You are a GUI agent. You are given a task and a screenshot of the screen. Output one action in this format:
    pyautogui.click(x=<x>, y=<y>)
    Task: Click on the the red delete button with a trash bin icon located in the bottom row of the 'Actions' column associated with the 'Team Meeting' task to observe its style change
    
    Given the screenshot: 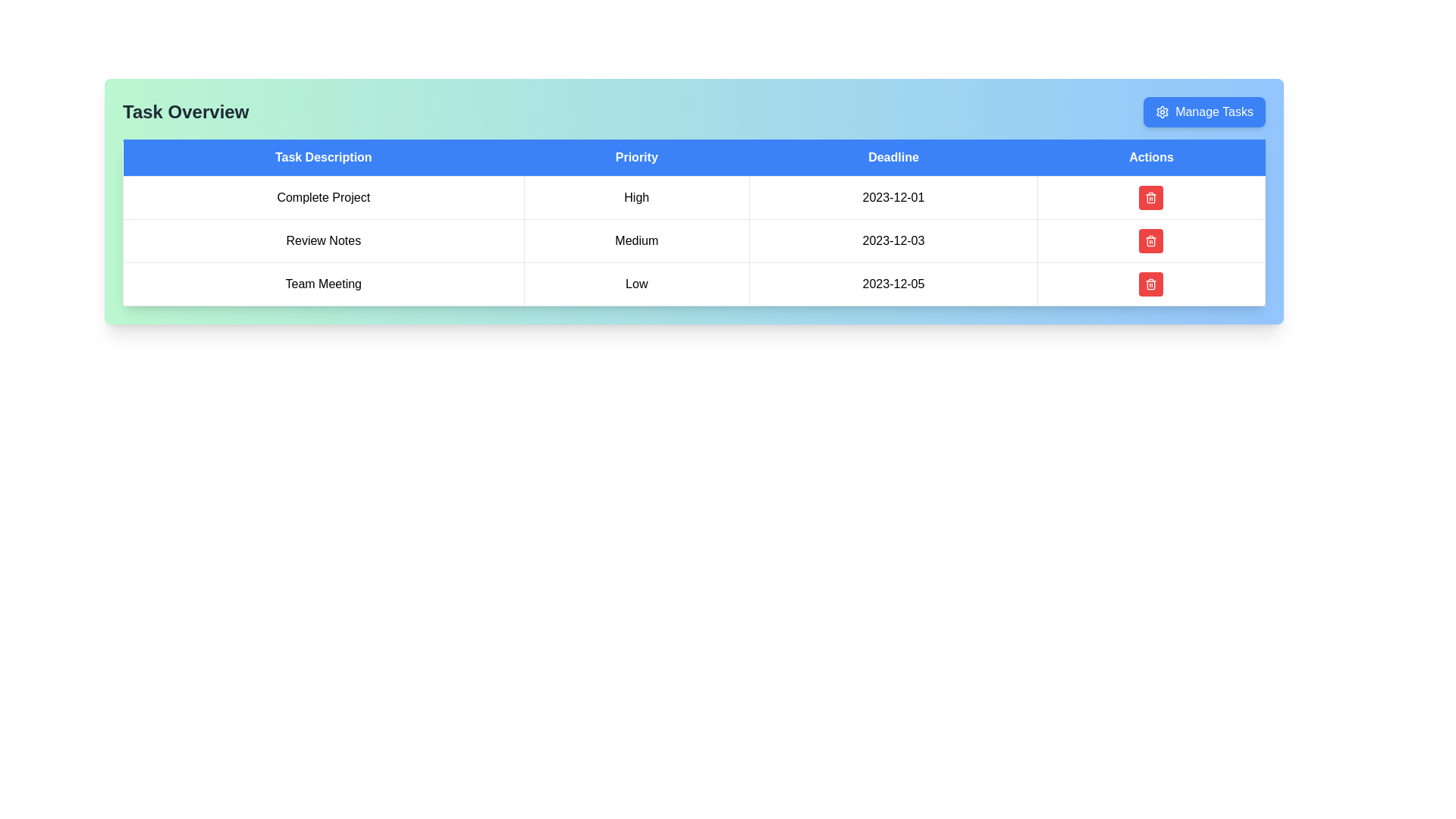 What is the action you would take?
    pyautogui.click(x=1151, y=284)
    